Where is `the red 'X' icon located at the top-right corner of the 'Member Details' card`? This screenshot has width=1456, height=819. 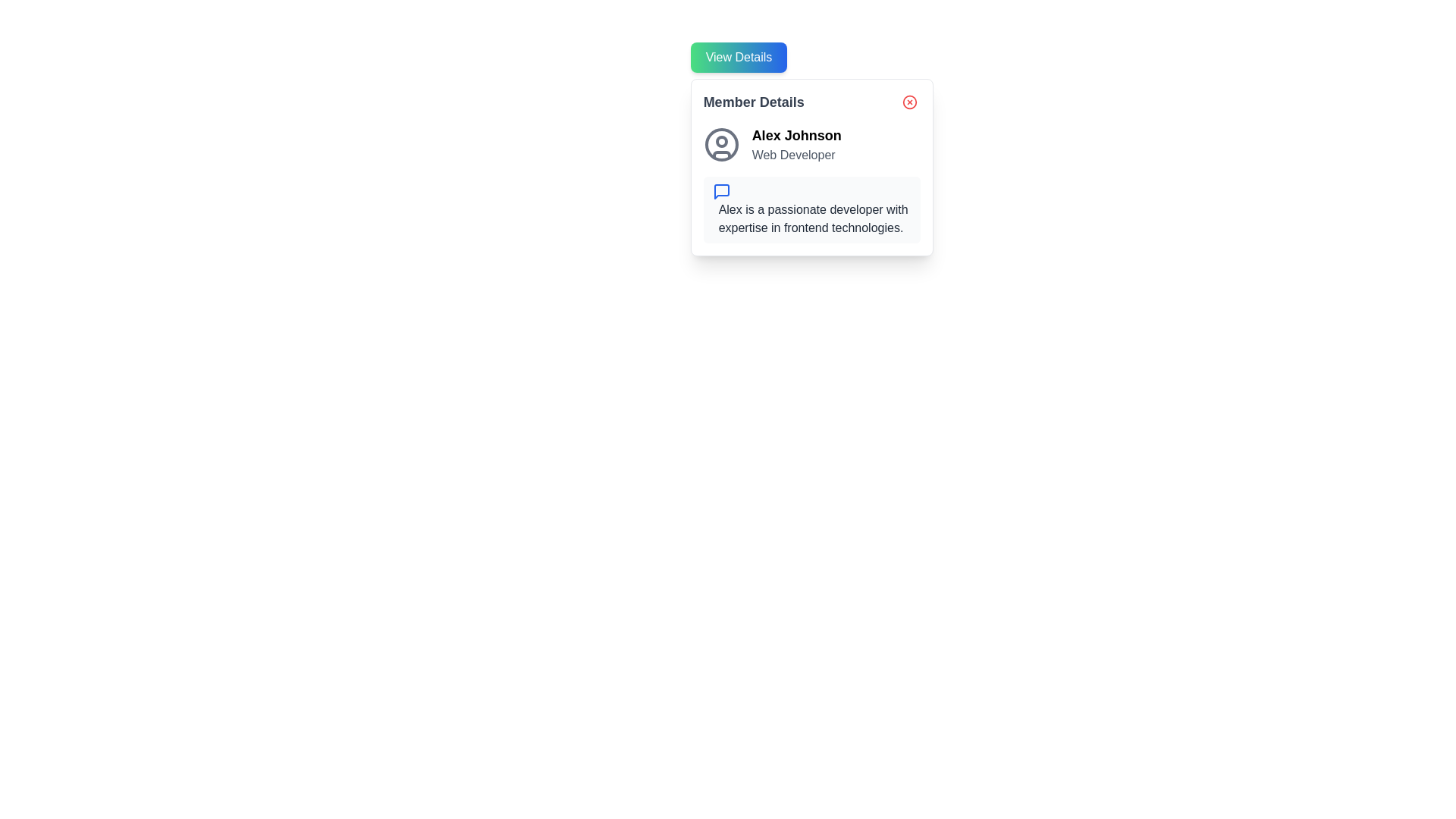
the red 'X' icon located at the top-right corner of the 'Member Details' card is located at coordinates (909, 102).